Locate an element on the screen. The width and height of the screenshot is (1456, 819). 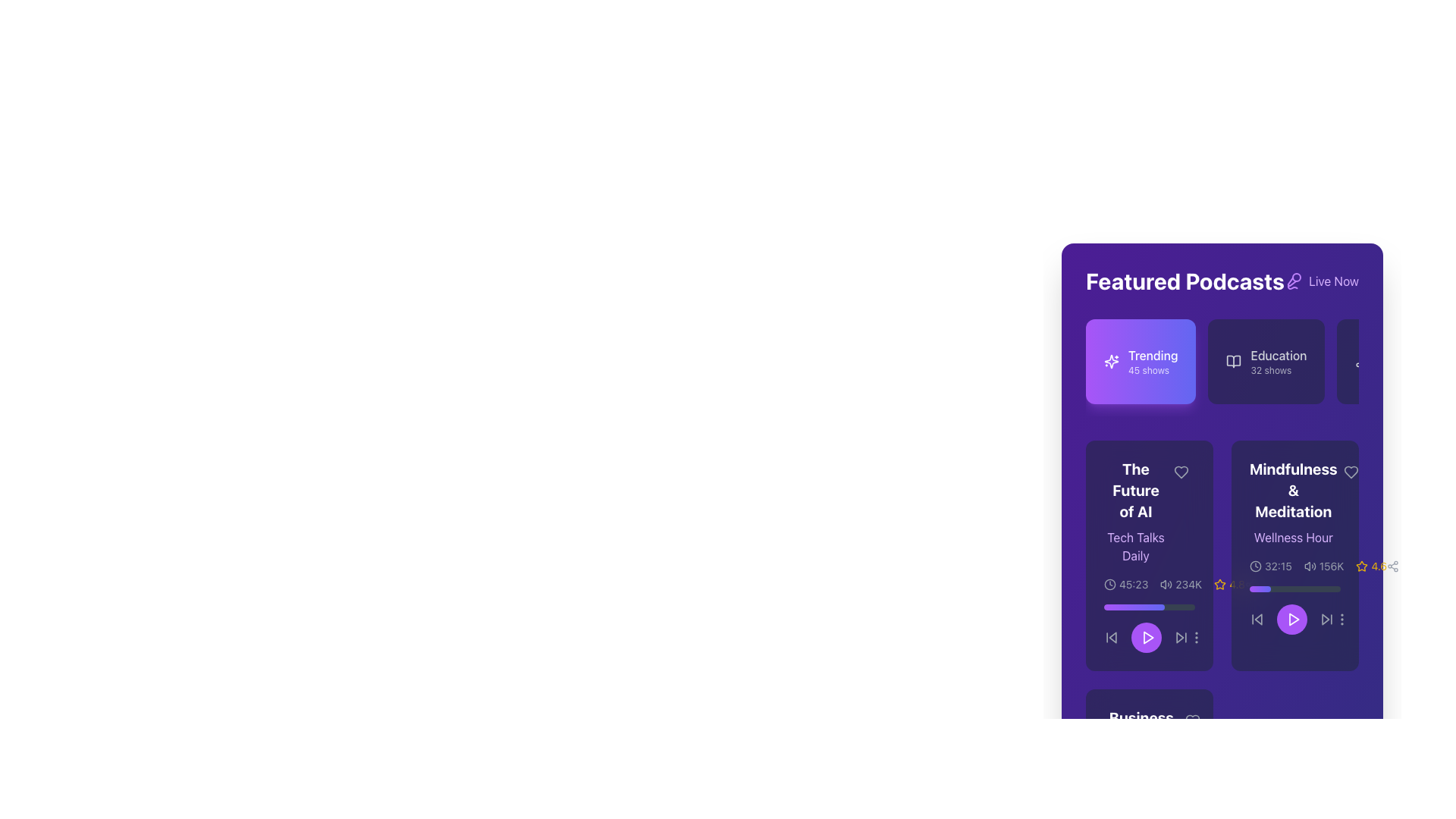
the Icon button located at the bottom-right of the 'Mindfulness & Meditation' podcast card to skip forward in the audio playback is located at coordinates (1326, 620).